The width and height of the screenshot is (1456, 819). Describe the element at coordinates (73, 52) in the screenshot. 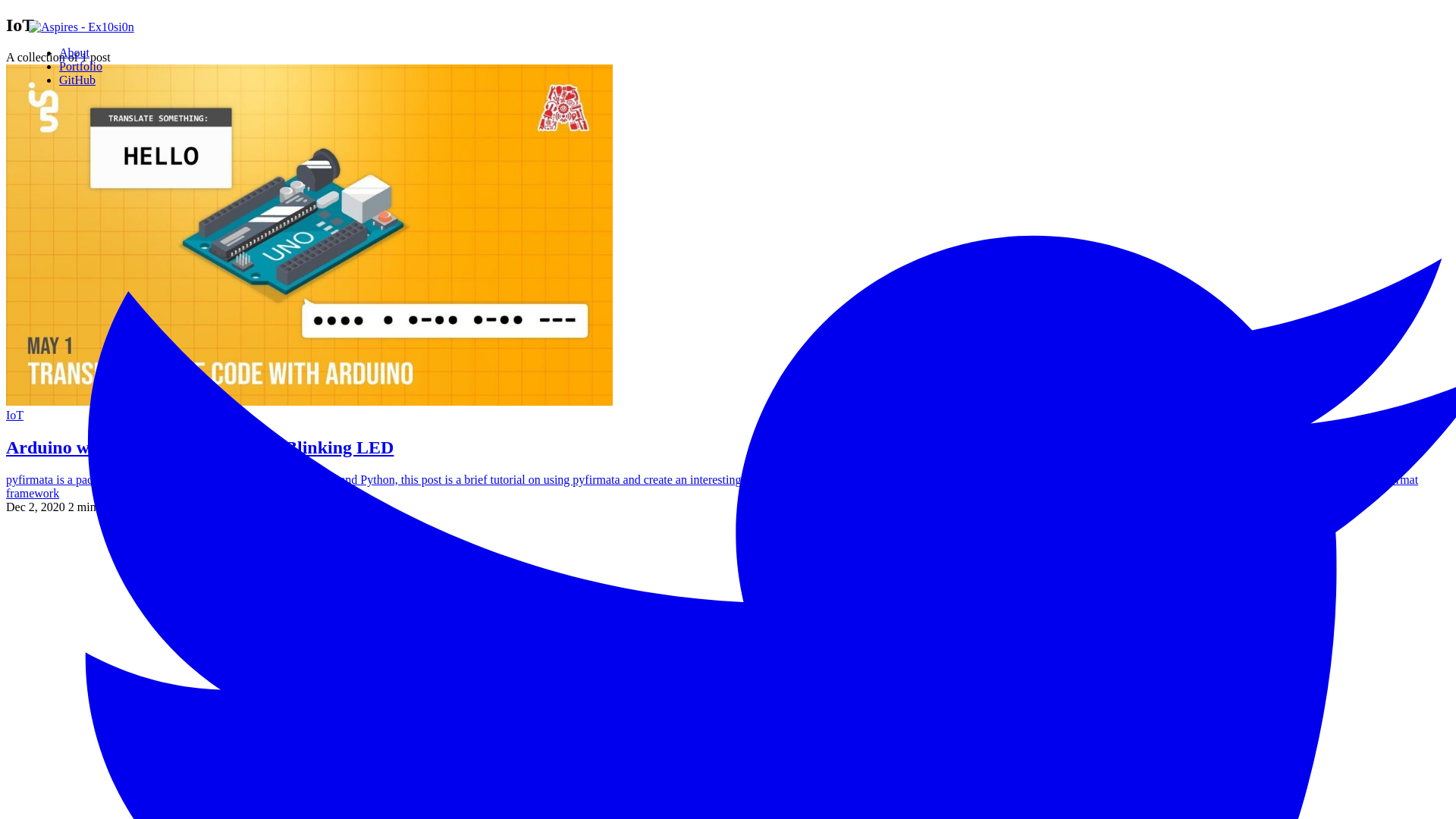

I see `'About'` at that location.